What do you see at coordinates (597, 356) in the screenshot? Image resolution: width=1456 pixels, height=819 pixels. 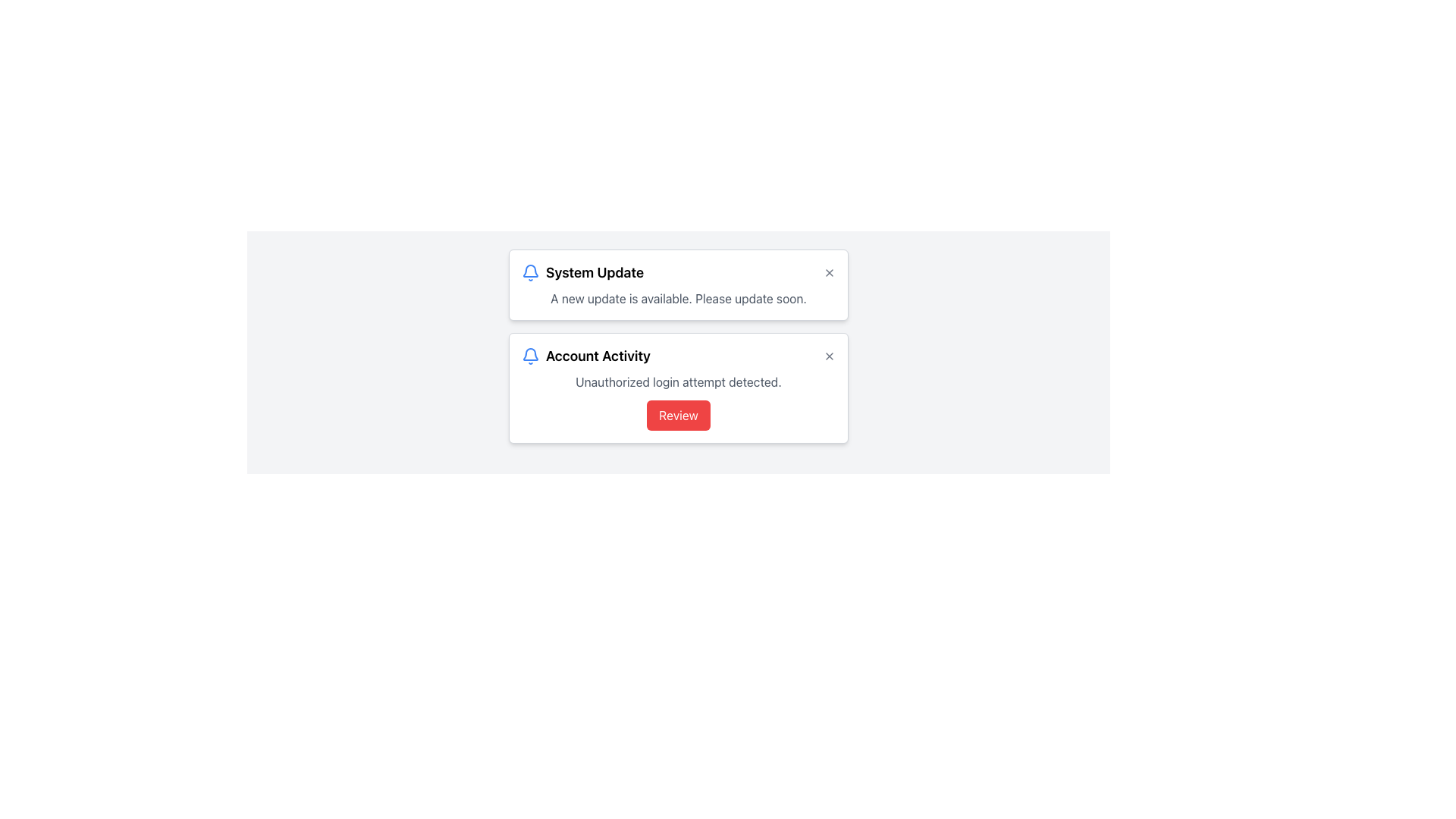 I see `the 'Account Activity' text label, which is a prominent heading styled in bold and larger font, located below the 'System Update' card and accompanied by a blue bell icon` at bounding box center [597, 356].